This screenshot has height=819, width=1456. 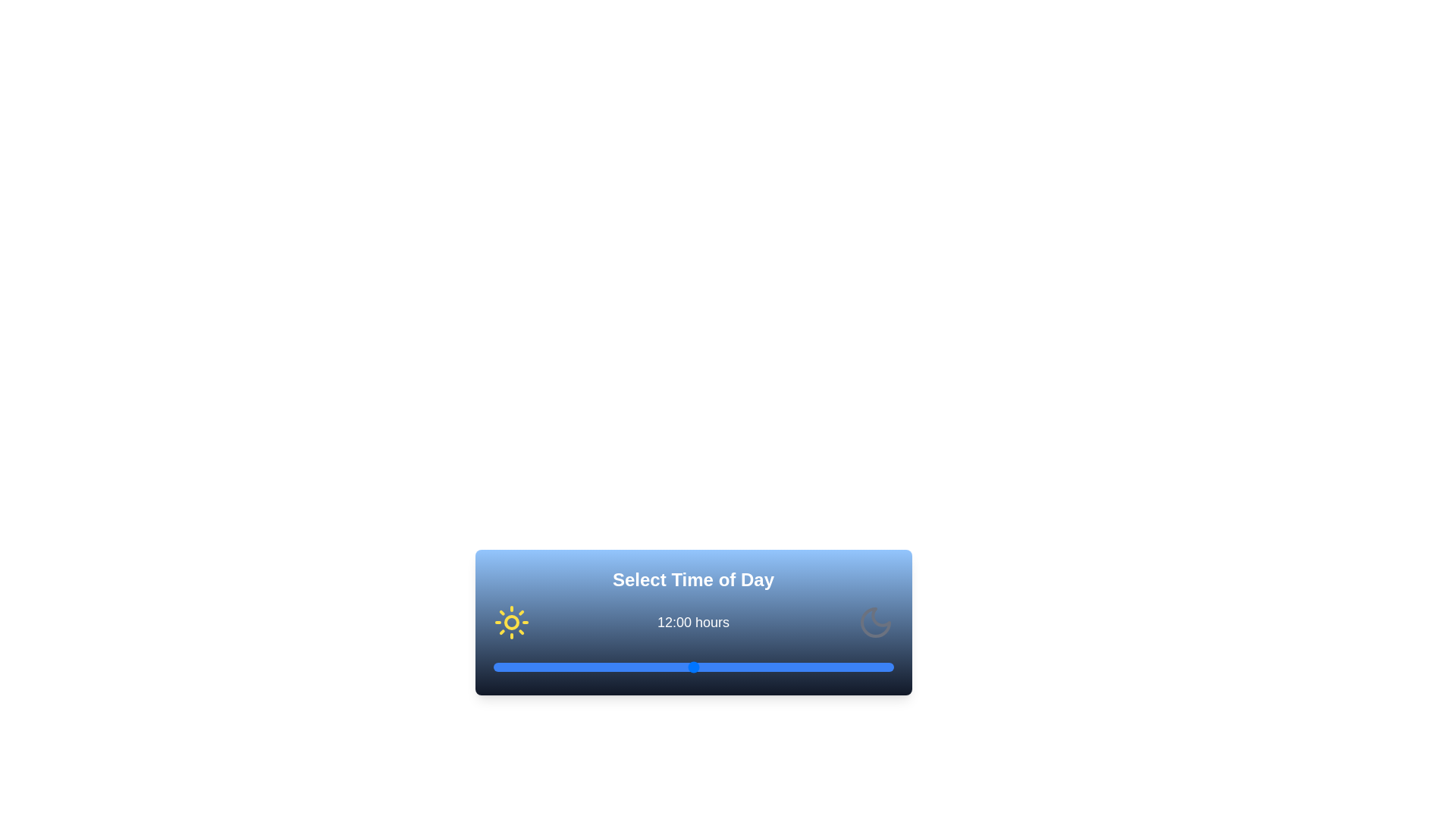 What do you see at coordinates (760, 666) in the screenshot?
I see `the time to 16 hours using the slider` at bounding box center [760, 666].